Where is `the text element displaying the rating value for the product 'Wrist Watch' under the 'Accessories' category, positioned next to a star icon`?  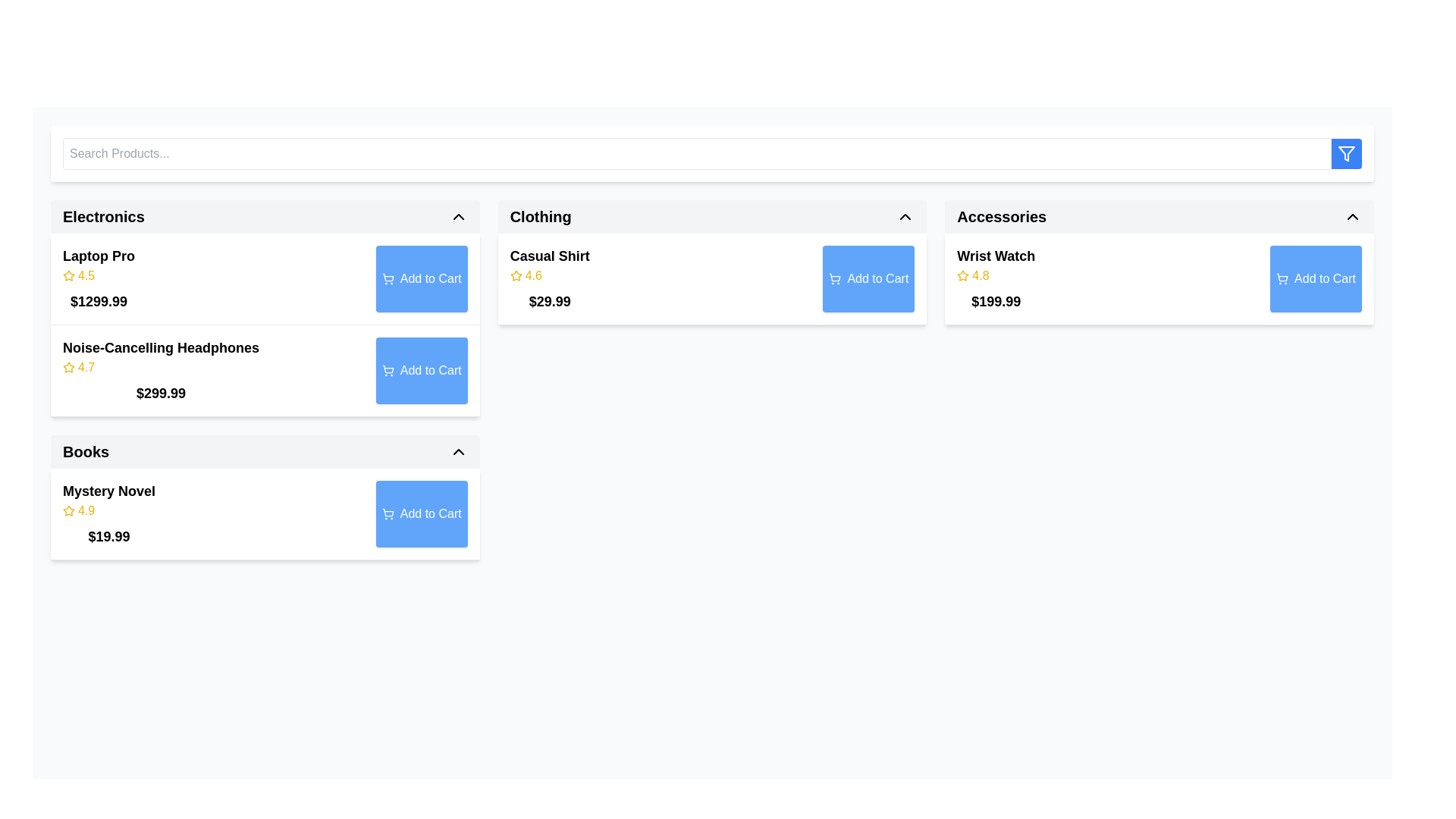
the text element displaying the rating value for the product 'Wrist Watch' under the 'Accessories' category, positioned next to a star icon is located at coordinates (981, 275).